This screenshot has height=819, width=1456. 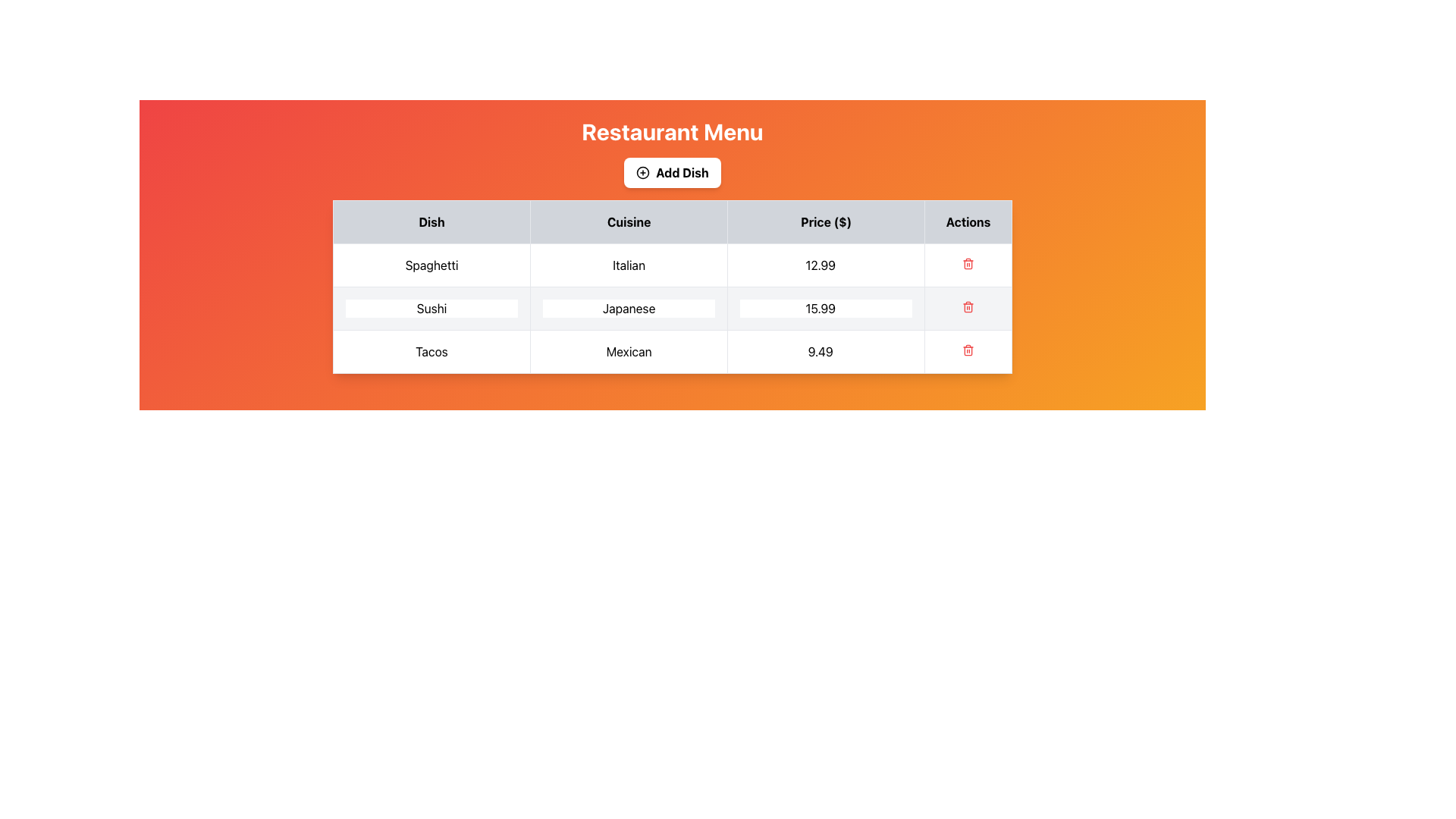 What do you see at coordinates (825, 308) in the screenshot?
I see `the text input box for the price of the dish 'Sushi' in the 'Price ($)' column of the restaurant menu` at bounding box center [825, 308].